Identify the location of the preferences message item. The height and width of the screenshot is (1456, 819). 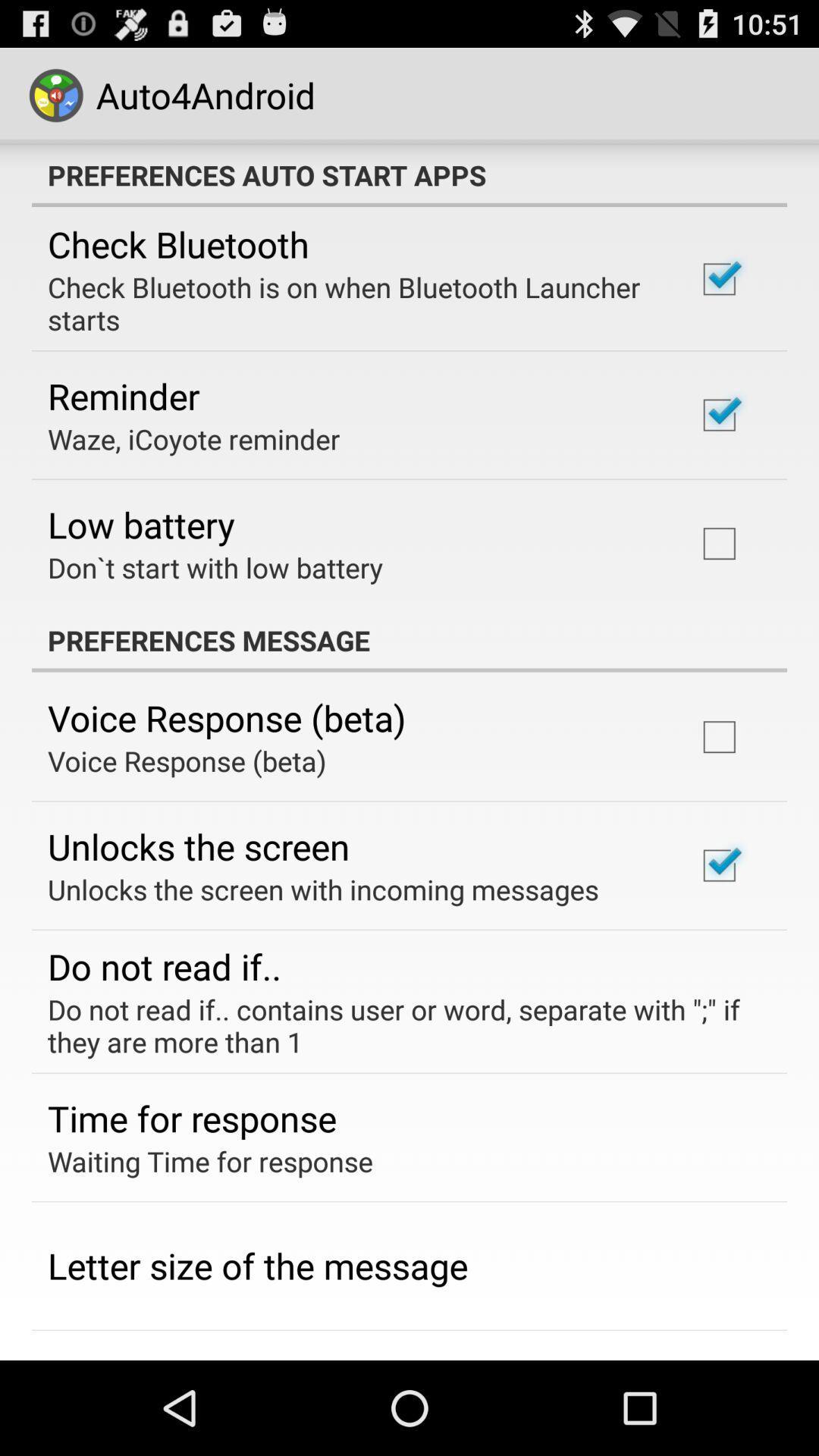
(409, 640).